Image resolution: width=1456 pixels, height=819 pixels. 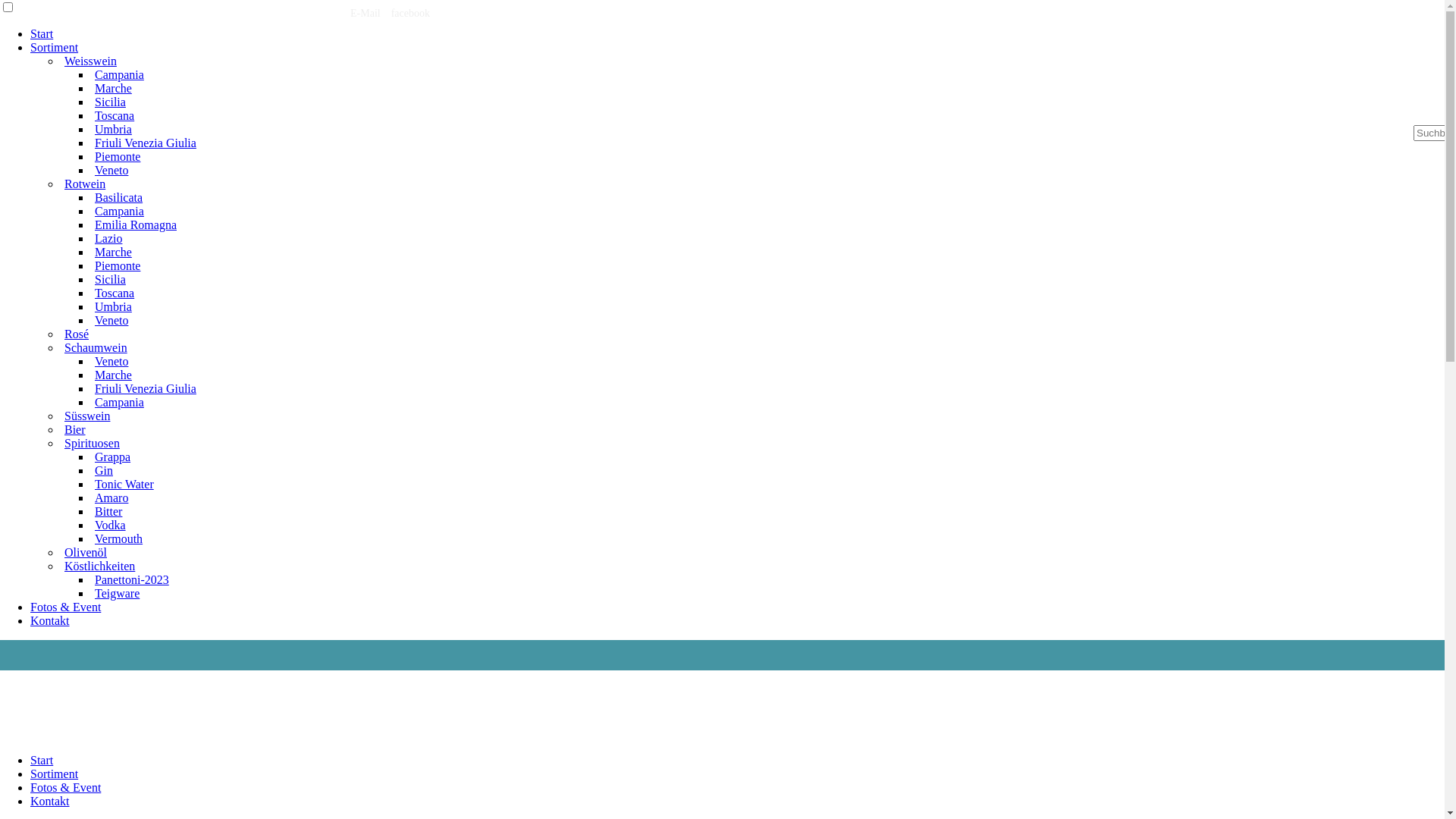 What do you see at coordinates (111, 361) in the screenshot?
I see `'Veneto'` at bounding box center [111, 361].